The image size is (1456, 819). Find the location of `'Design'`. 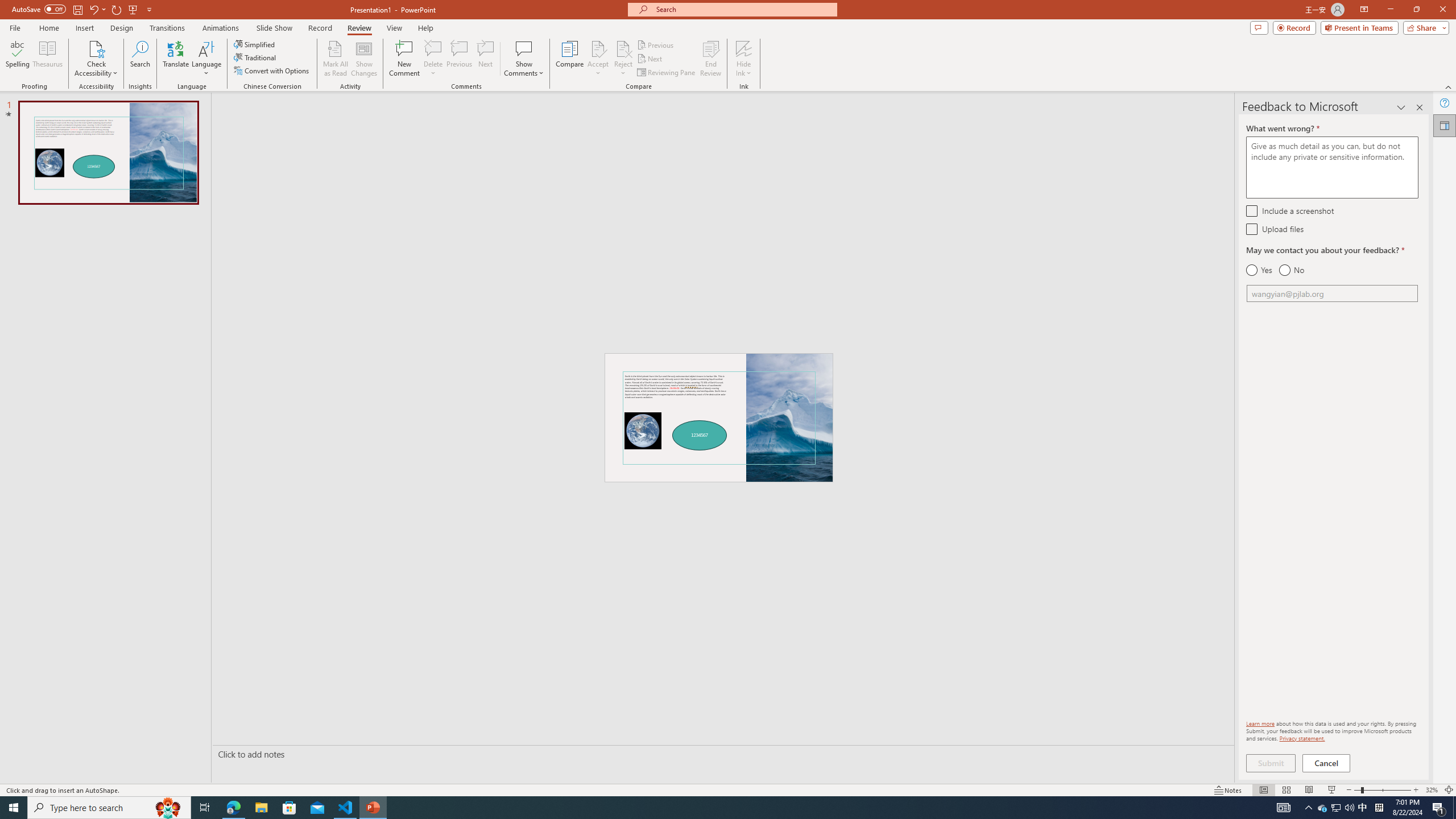

'Design' is located at coordinates (122, 28).